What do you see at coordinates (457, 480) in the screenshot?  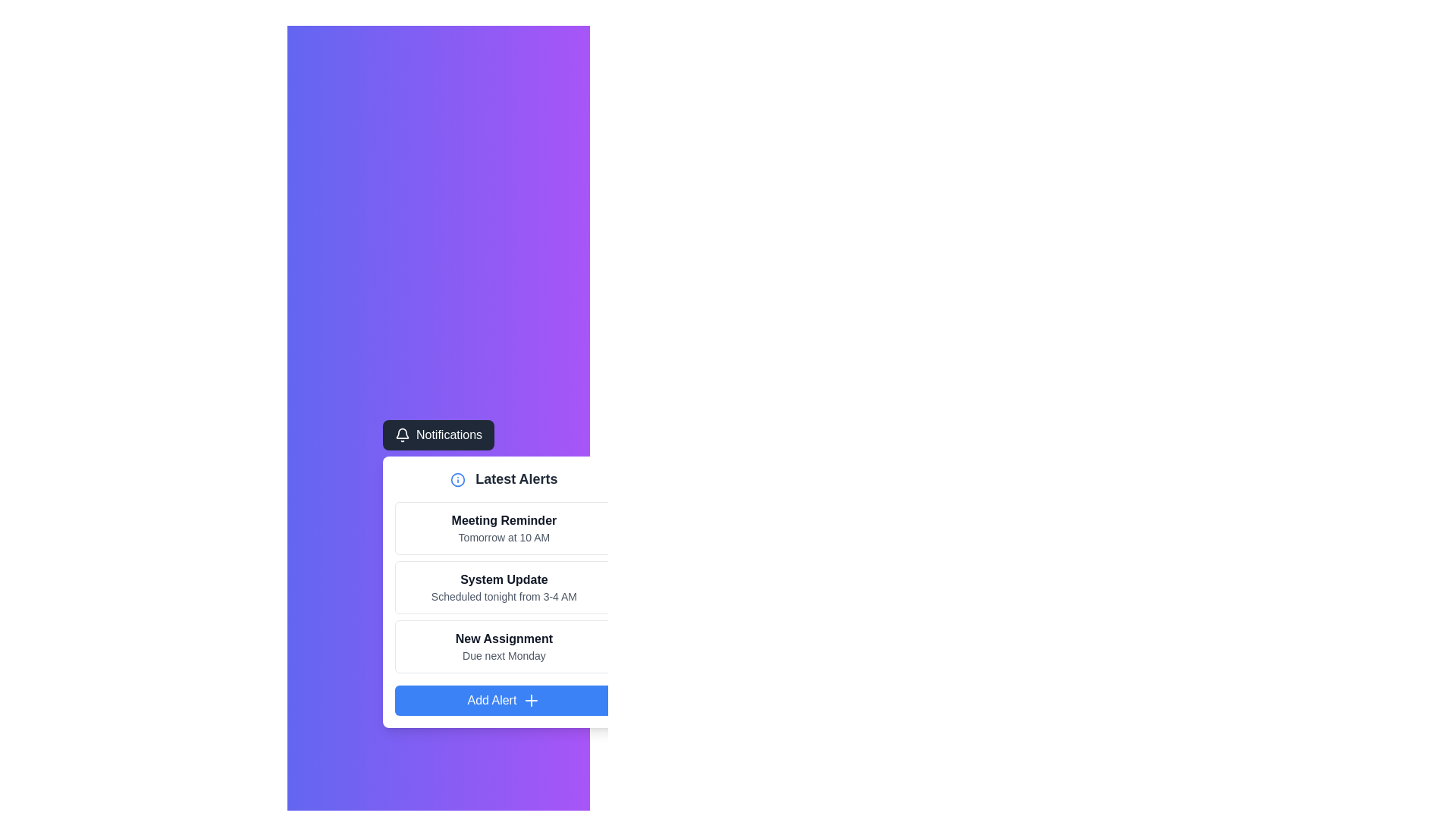 I see `the blue-tinted SVG circle that represents the information icon within the 'Latest Alerts' box for further interaction` at bounding box center [457, 480].